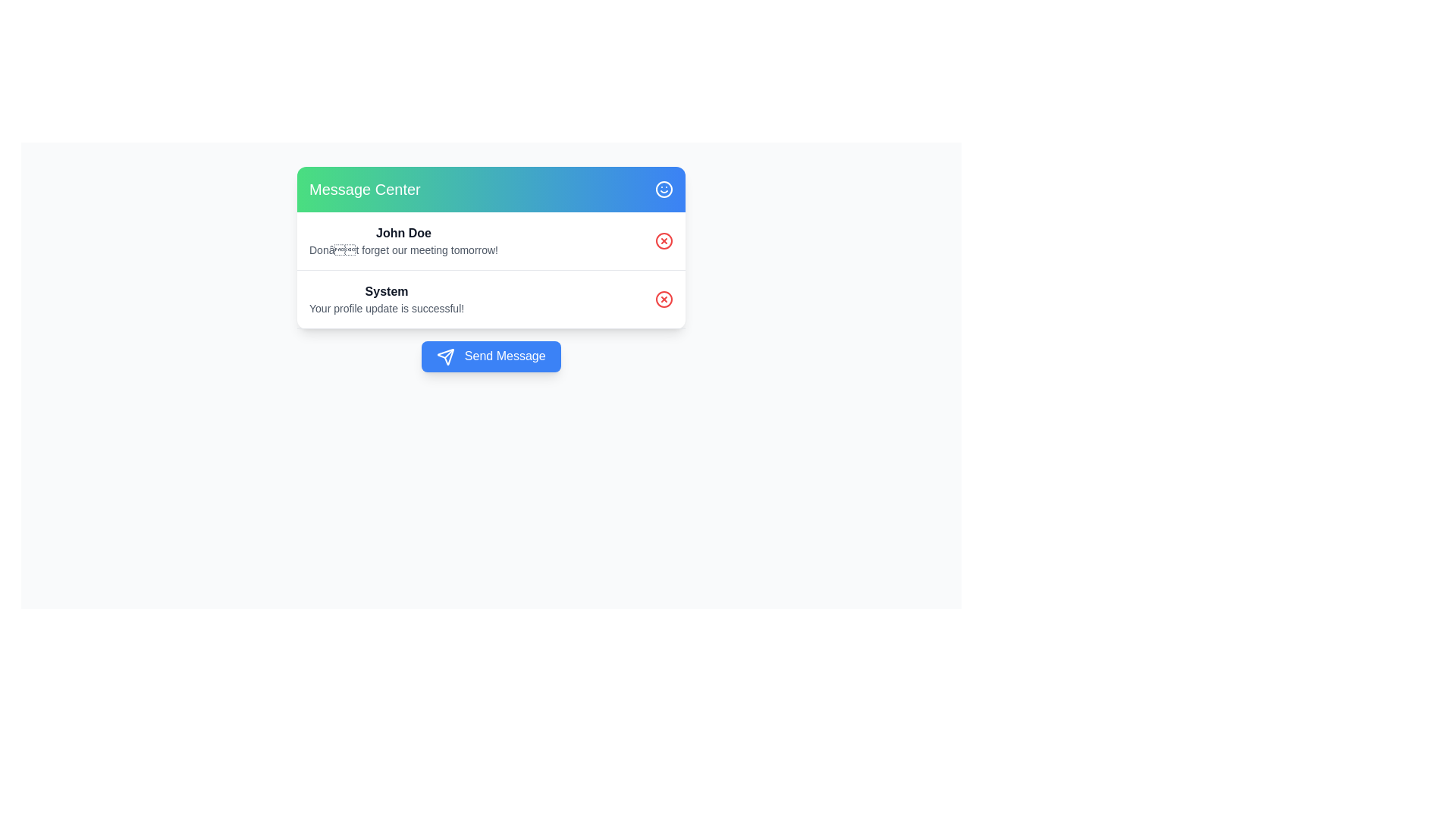 The height and width of the screenshot is (819, 1456). Describe the element at coordinates (403, 234) in the screenshot. I see `text from the Text Label displaying 'John Doe', which is styled in bold and black, located at the top of the message pane above the message preview` at that location.